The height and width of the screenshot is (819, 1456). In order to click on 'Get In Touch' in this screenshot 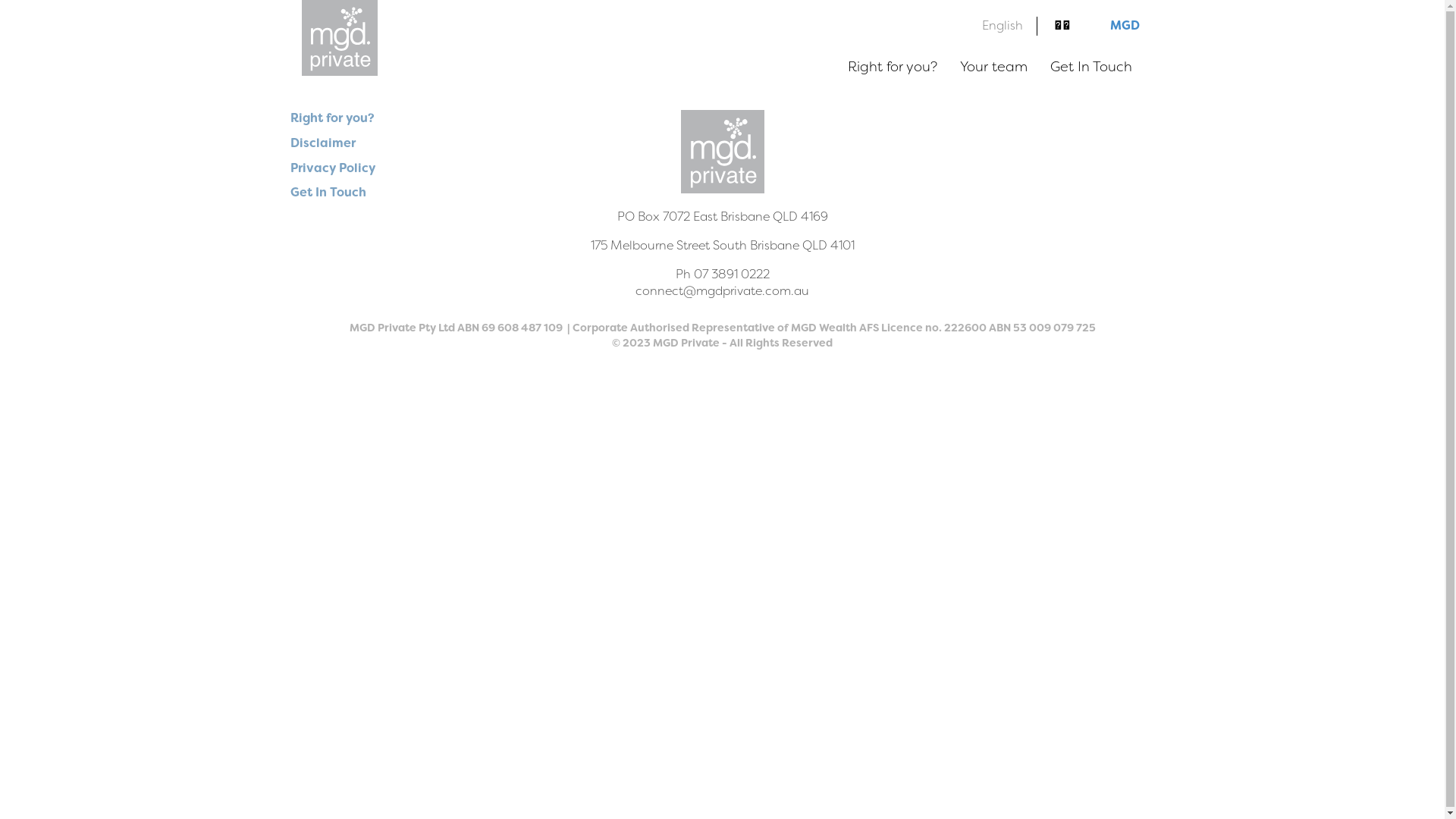, I will do `click(327, 191)`.